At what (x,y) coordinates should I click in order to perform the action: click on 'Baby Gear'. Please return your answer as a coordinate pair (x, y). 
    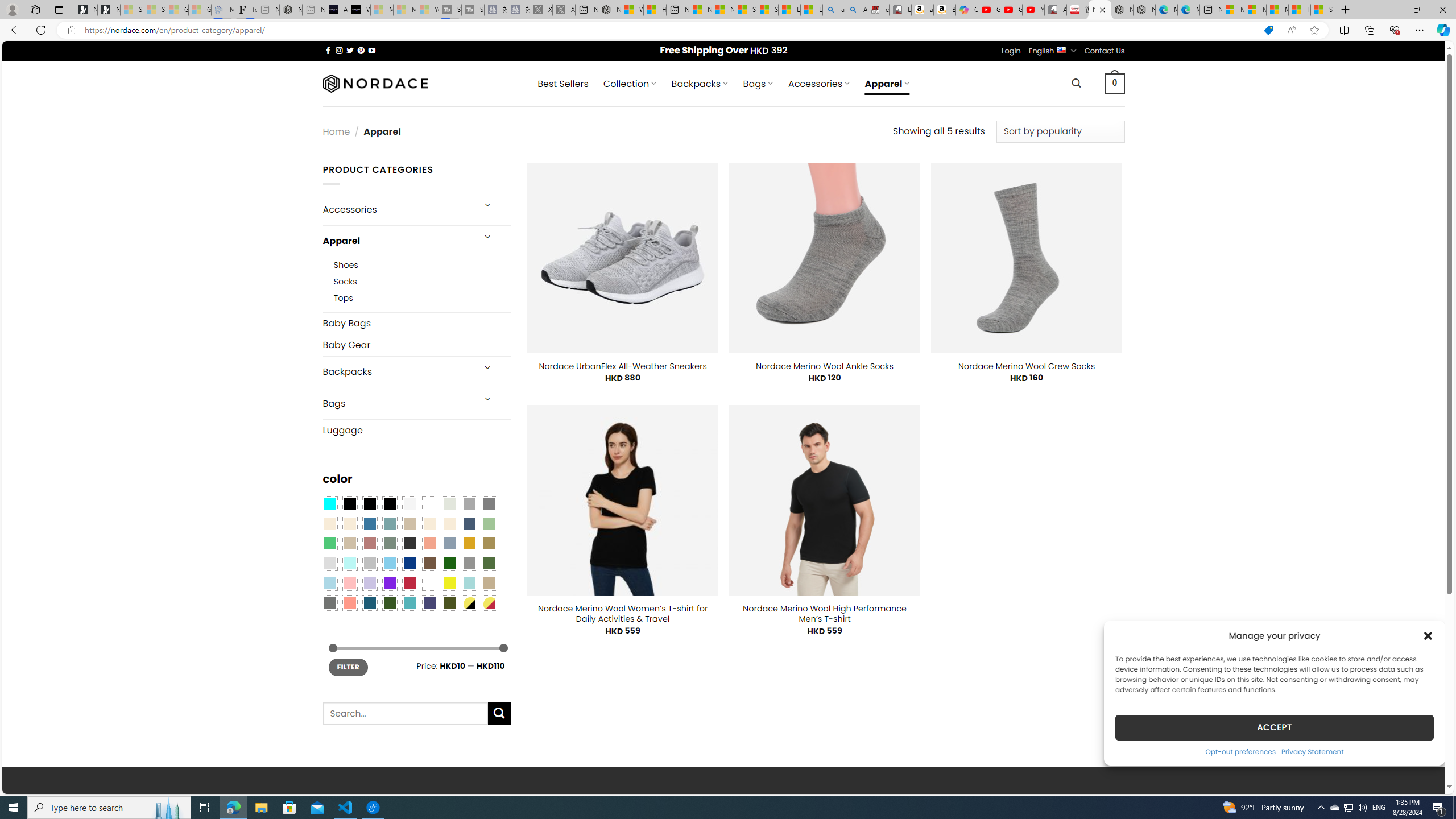
    Looking at the image, I should click on (416, 344).